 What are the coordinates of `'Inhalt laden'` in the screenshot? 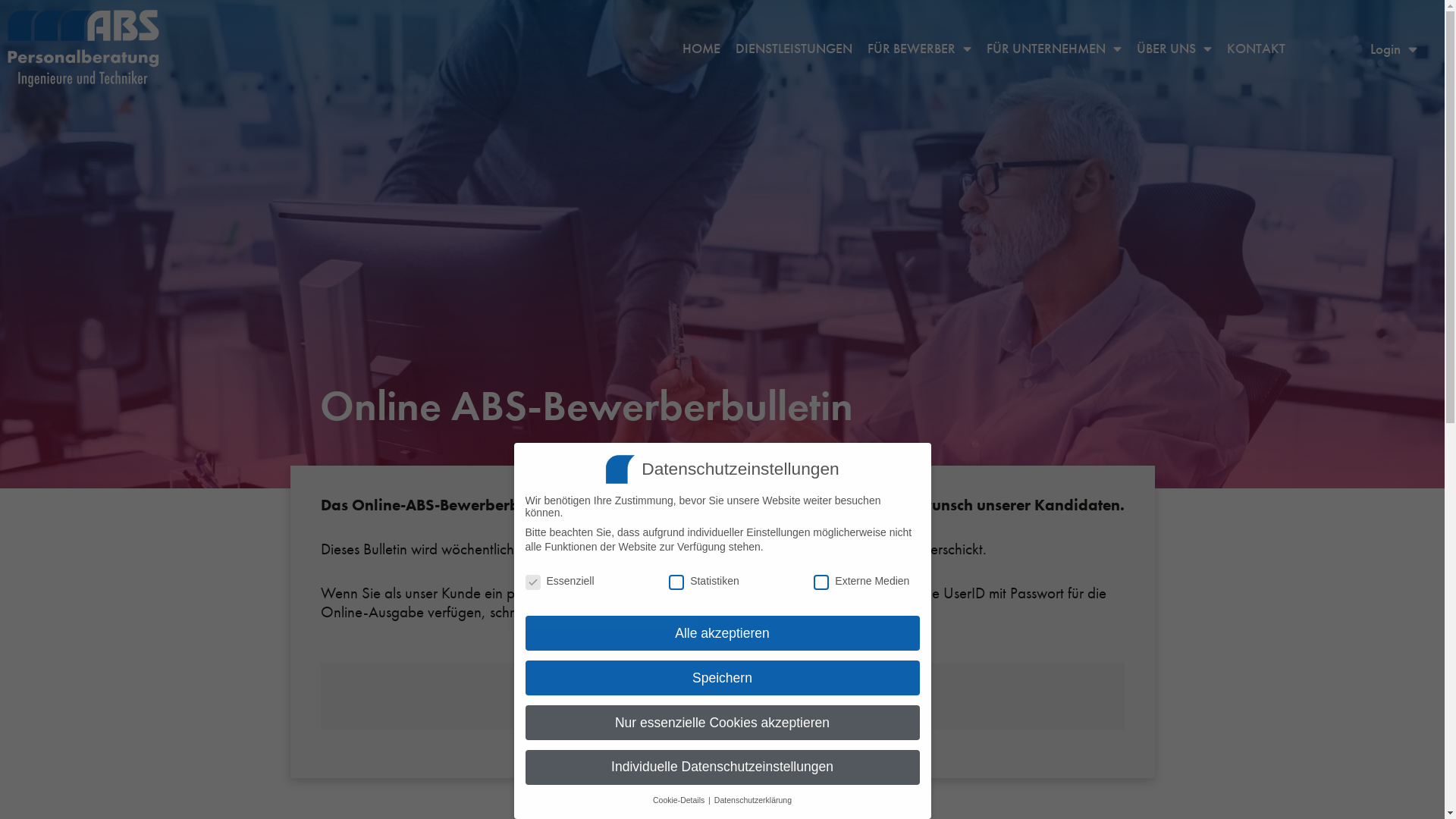 It's located at (720, 708).